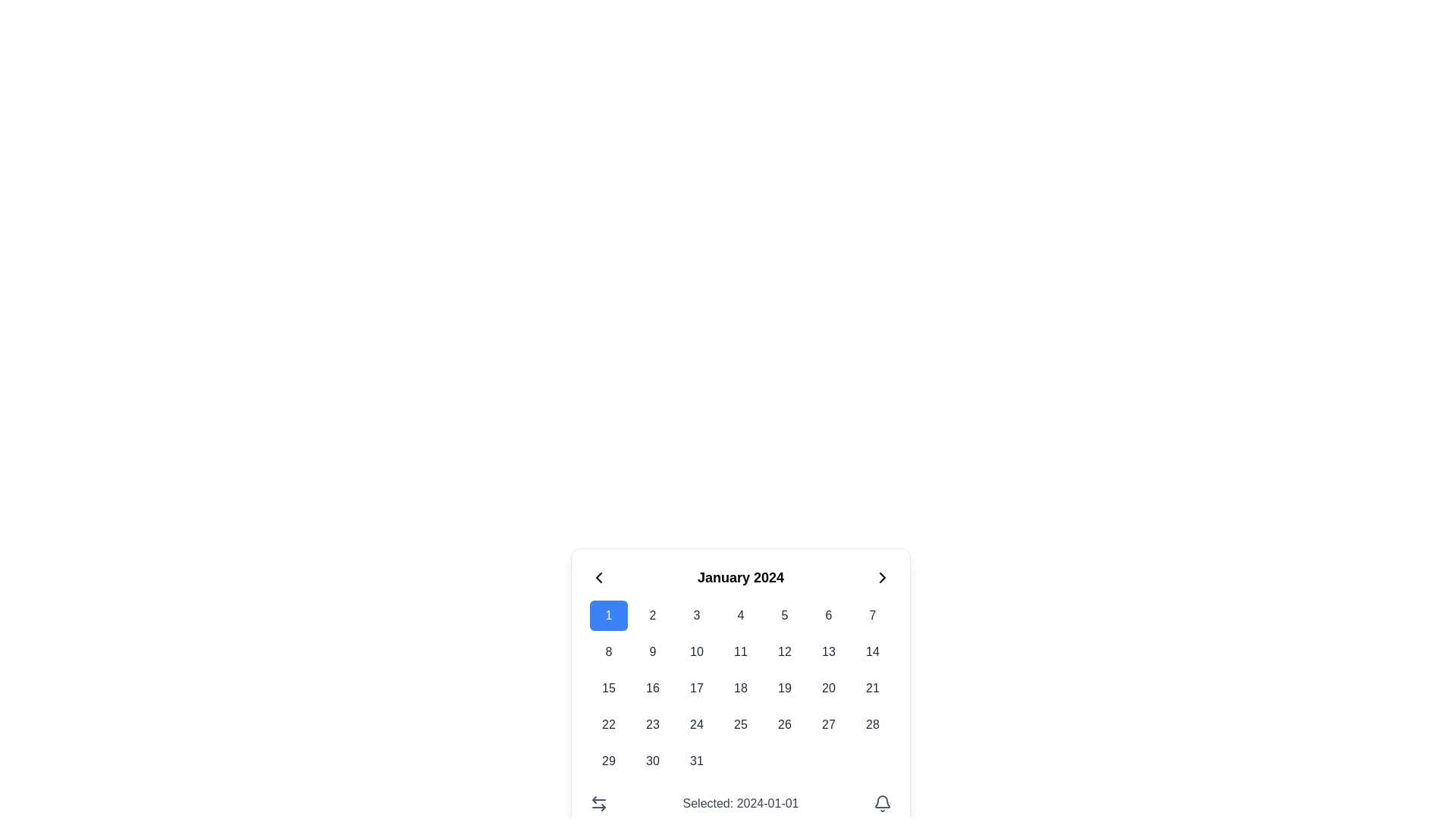 Image resolution: width=1456 pixels, height=819 pixels. What do you see at coordinates (695, 724) in the screenshot?
I see `the calendar day cell representing the 24th day of the current month` at bounding box center [695, 724].